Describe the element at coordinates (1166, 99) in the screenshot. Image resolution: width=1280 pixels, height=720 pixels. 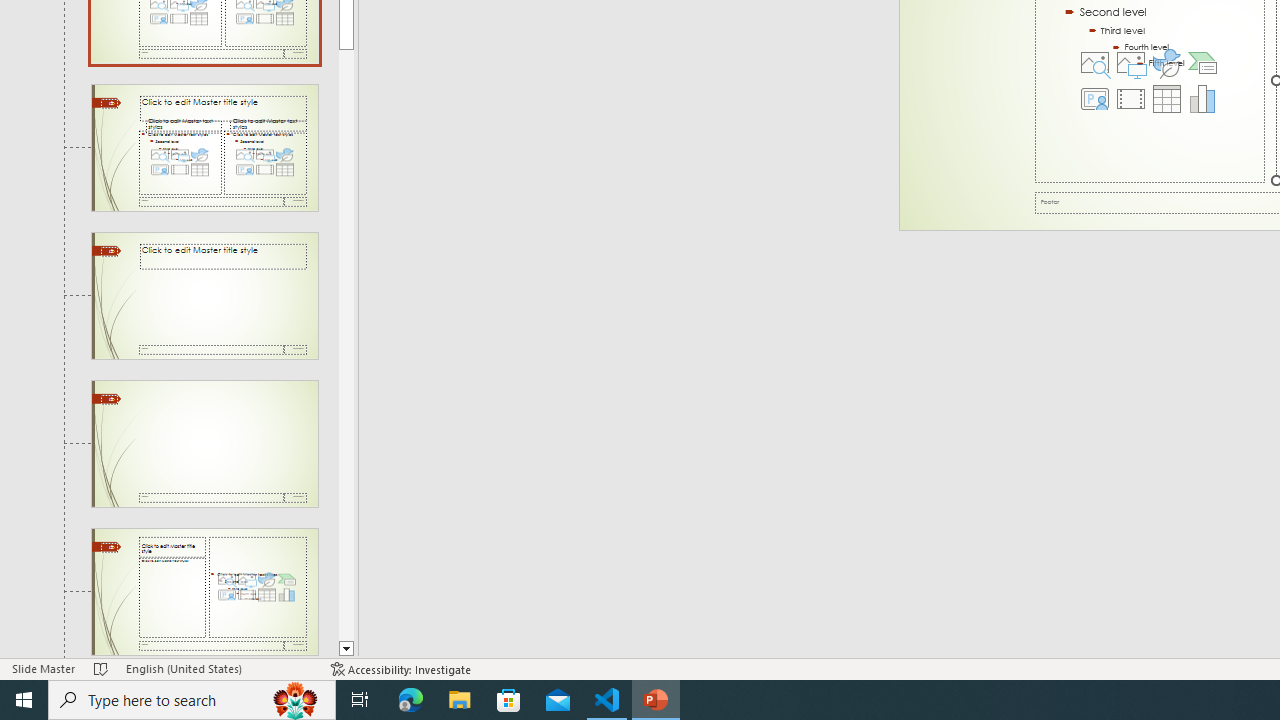
I see `'Insert Table'` at that location.